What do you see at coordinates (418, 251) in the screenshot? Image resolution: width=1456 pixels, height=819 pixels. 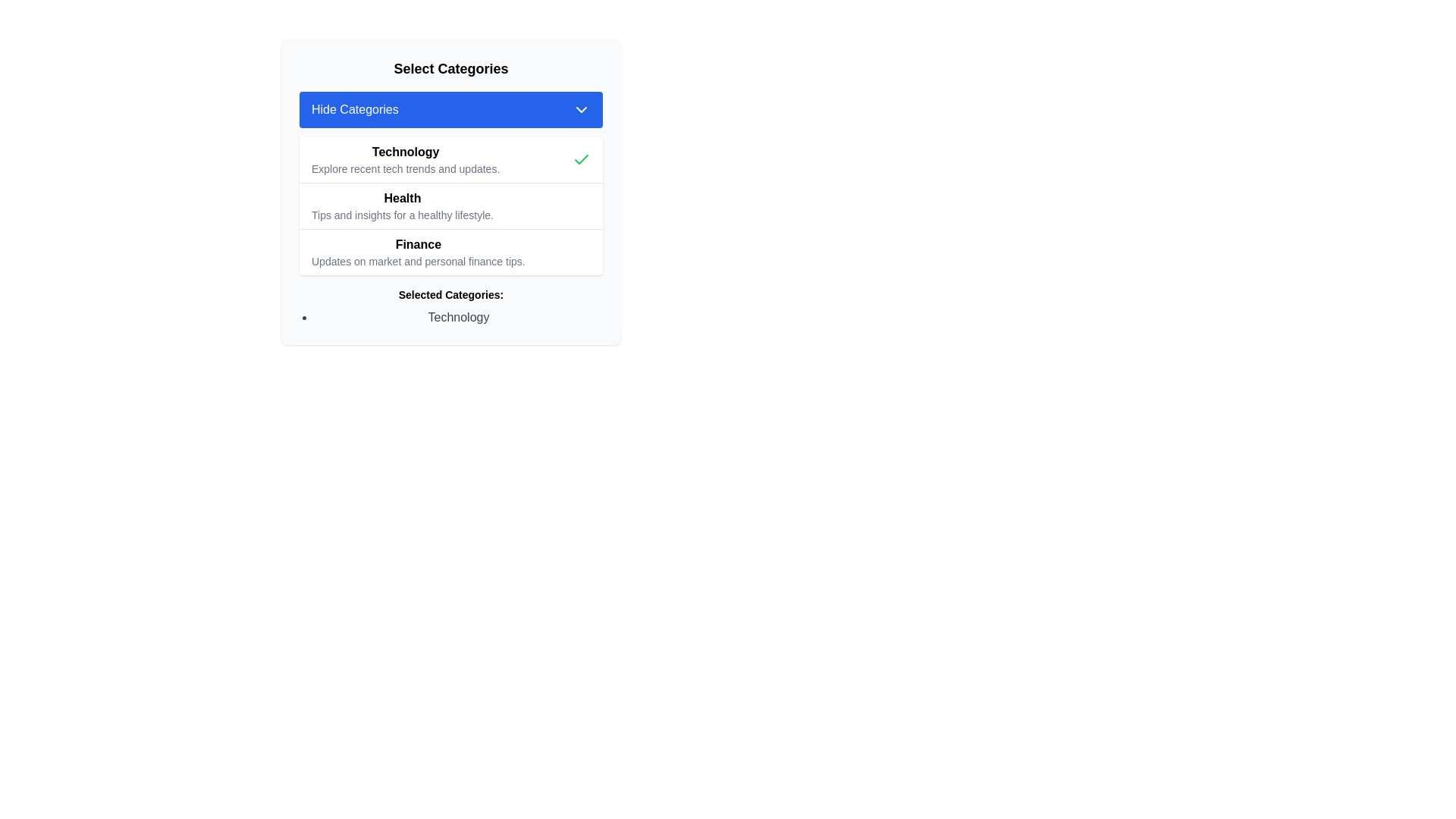 I see `the 'Finance' category description text block` at bounding box center [418, 251].